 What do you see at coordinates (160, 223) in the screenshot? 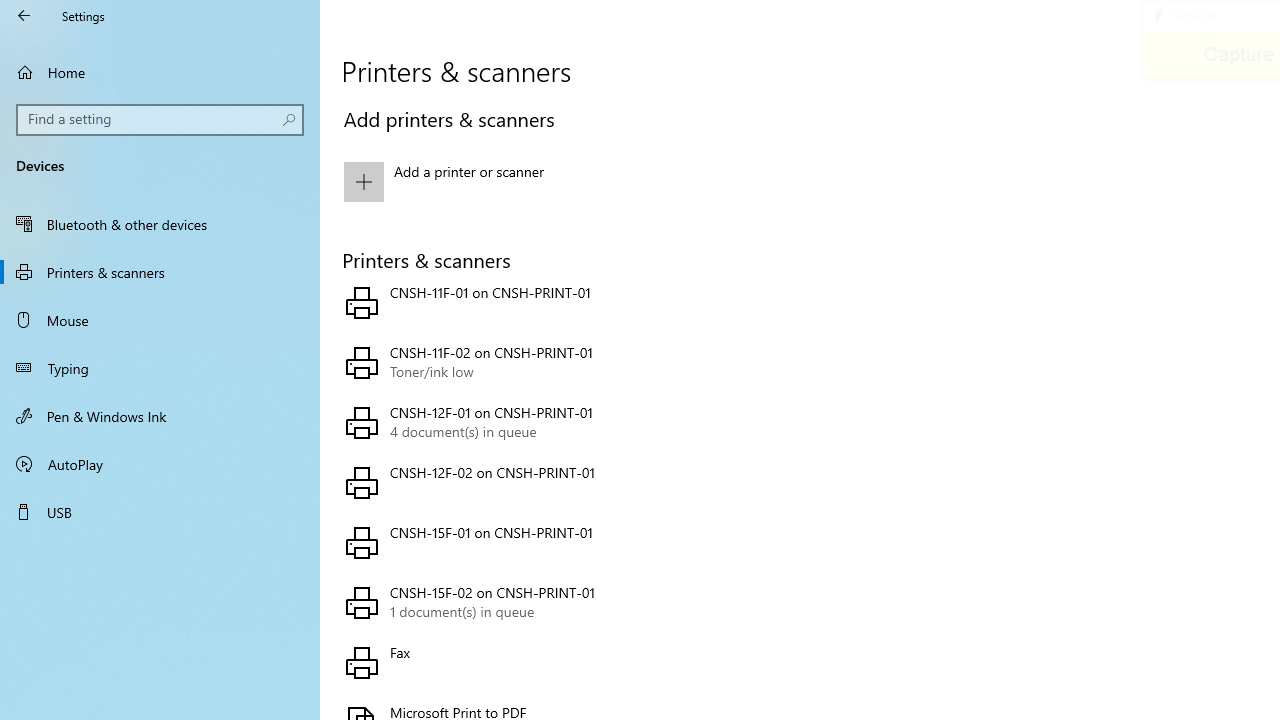
I see `'Bluetooth & other devices'` at bounding box center [160, 223].